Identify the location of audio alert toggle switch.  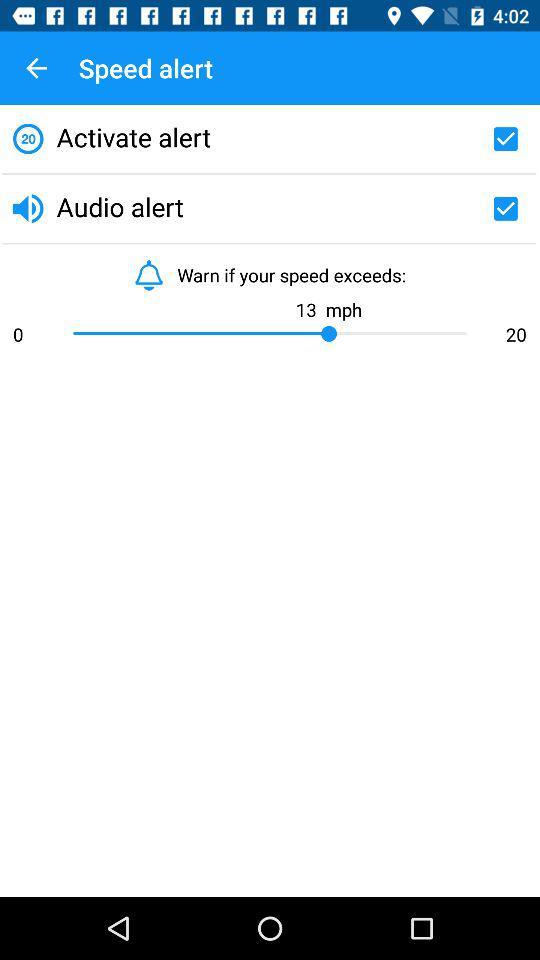
(504, 208).